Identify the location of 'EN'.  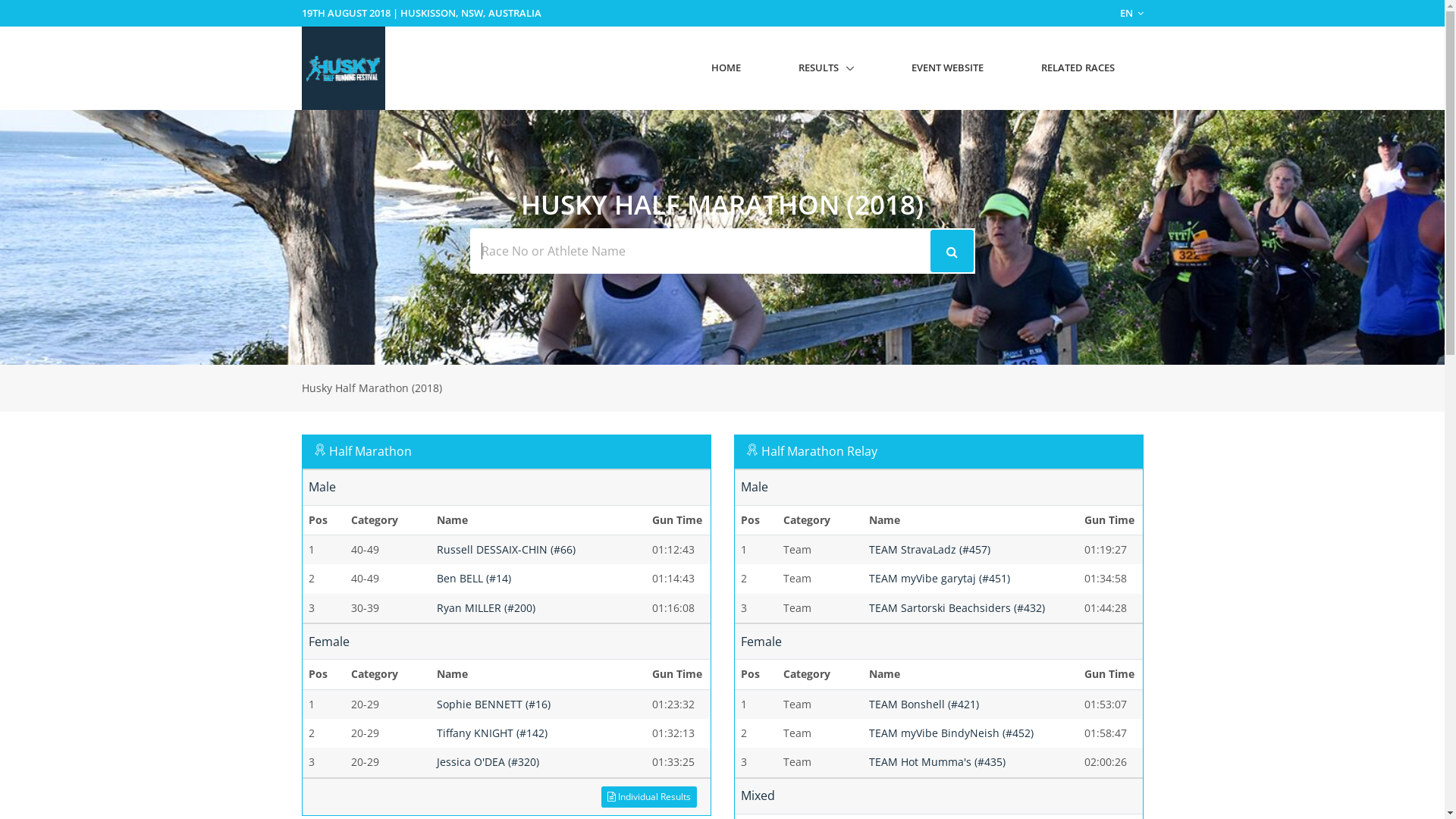
(1131, 12).